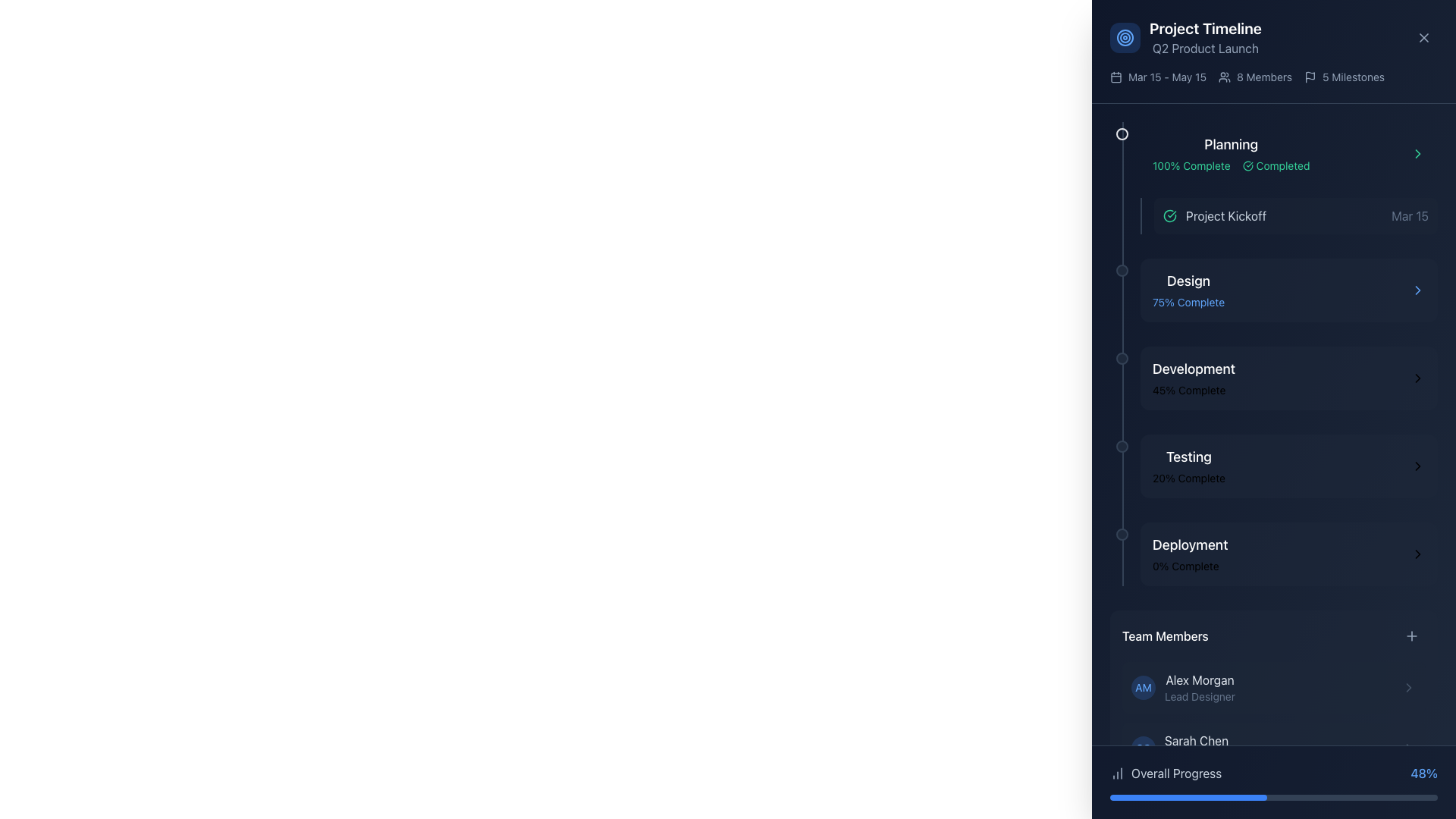 Image resolution: width=1456 pixels, height=819 pixels. Describe the element at coordinates (1288, 465) in the screenshot. I see `the 'Testing' task progress card located in the middle section of the interface, which shows its progress as 20% complete` at that location.